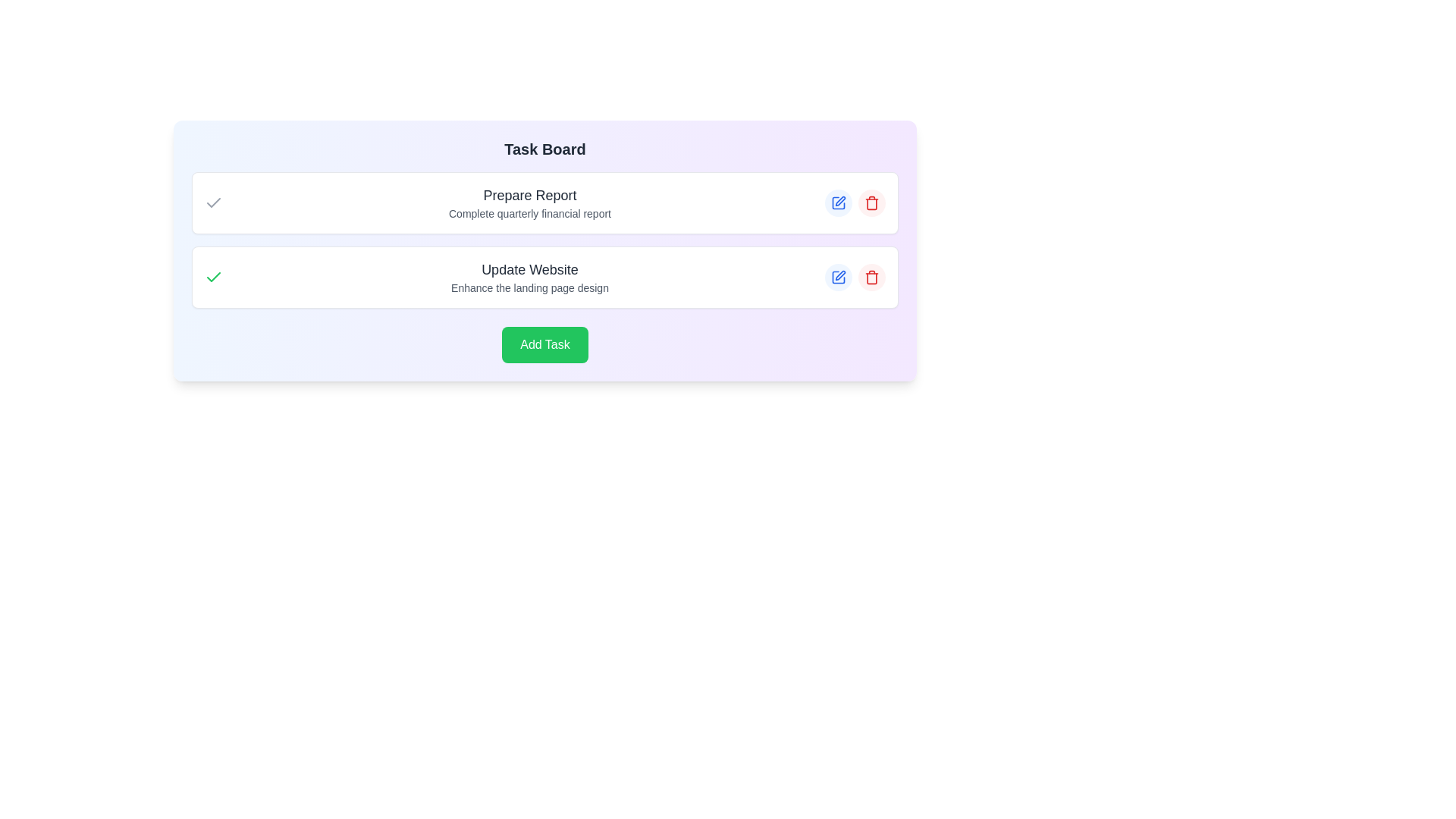 Image resolution: width=1456 pixels, height=819 pixels. I want to click on the second card in the vertical list within the 'Task Board', so click(545, 278).